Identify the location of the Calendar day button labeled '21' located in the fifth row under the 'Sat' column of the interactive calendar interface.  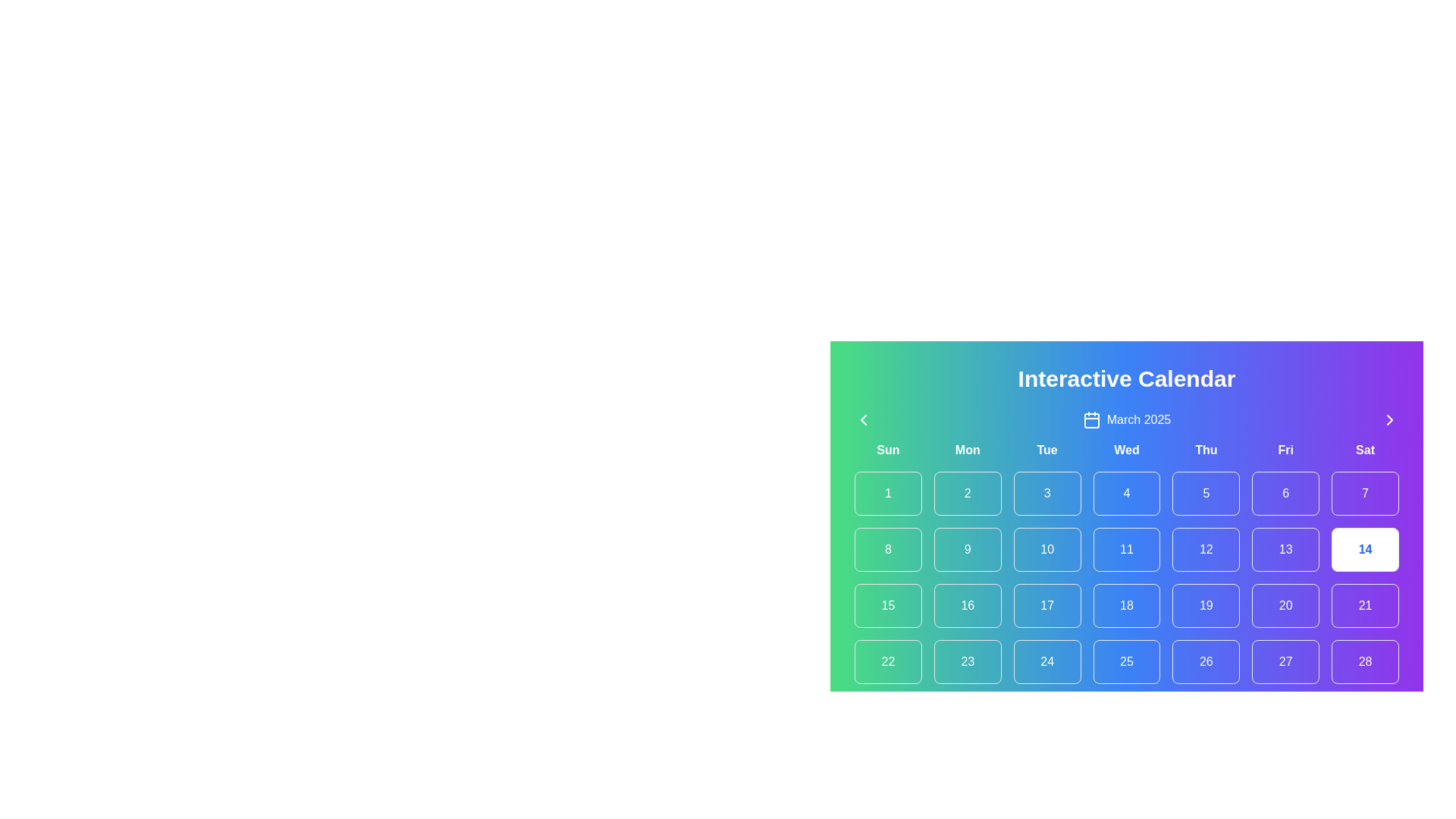
(1365, 604).